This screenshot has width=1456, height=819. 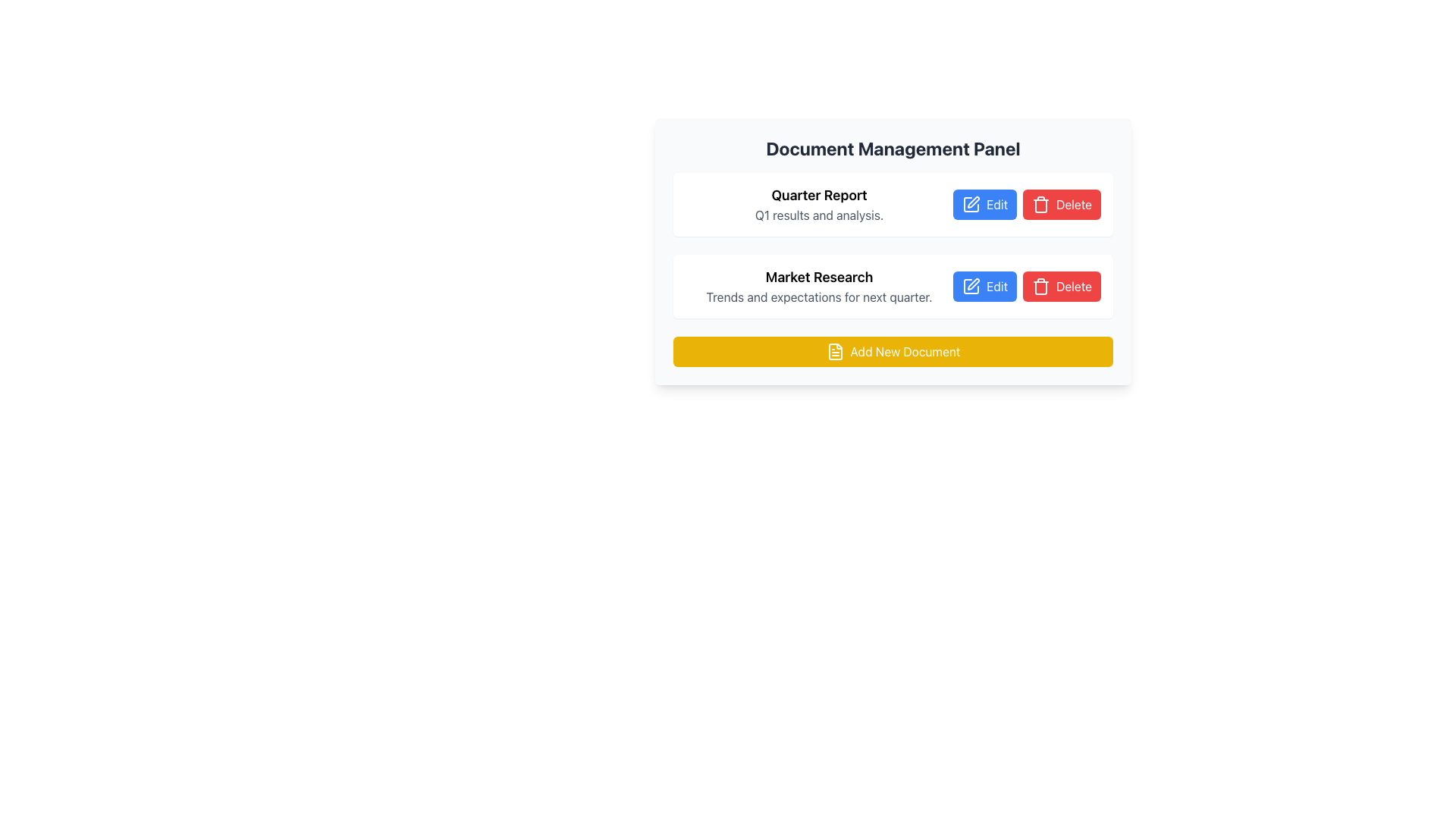 What do you see at coordinates (985, 205) in the screenshot?
I see `the button that triggers editing of the 'Quarter Report' entry, located at the right end of the control group preceding the 'Delete' button` at bounding box center [985, 205].